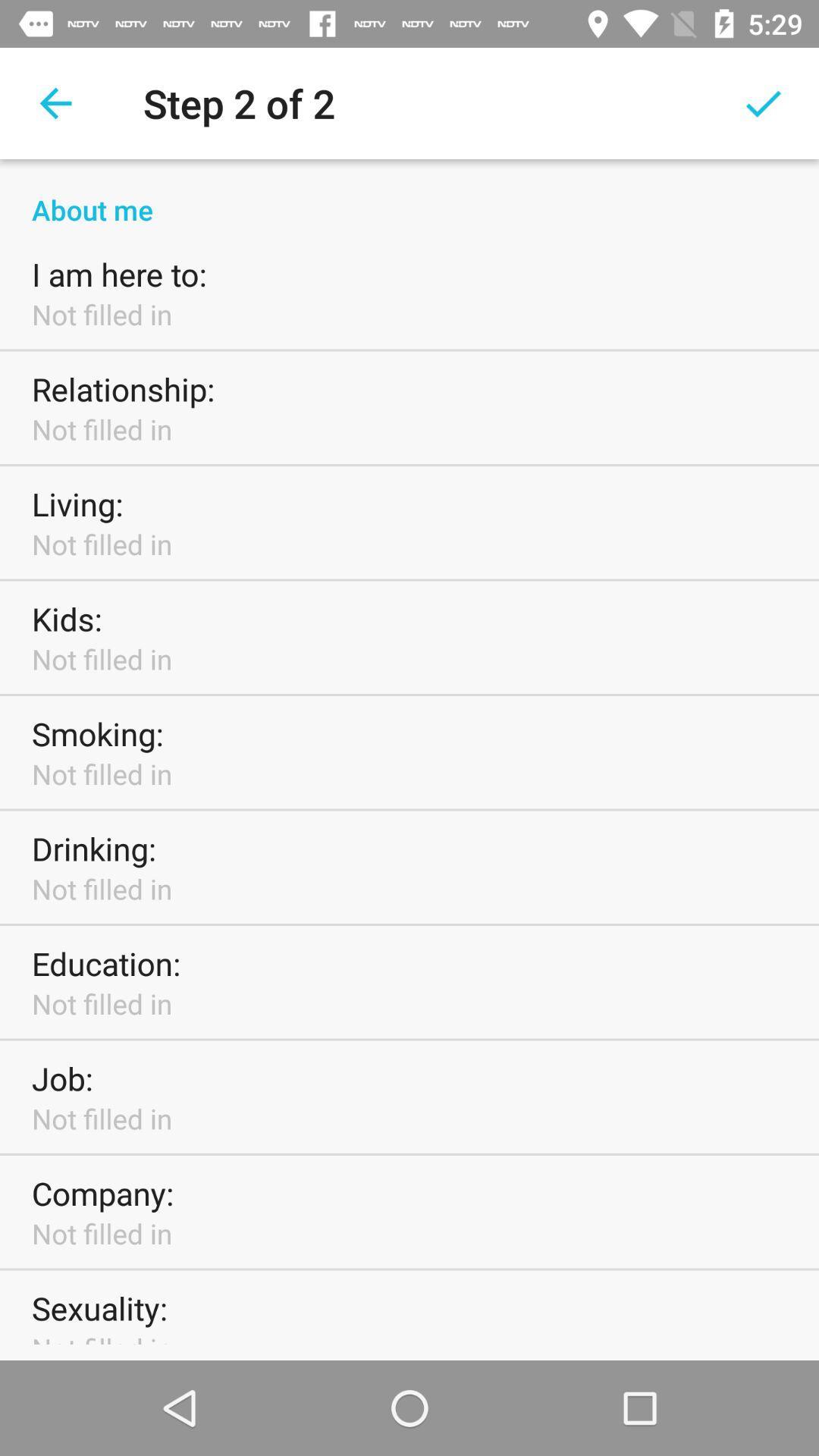 This screenshot has height=1456, width=819. What do you see at coordinates (55, 102) in the screenshot?
I see `the icon above about me` at bounding box center [55, 102].